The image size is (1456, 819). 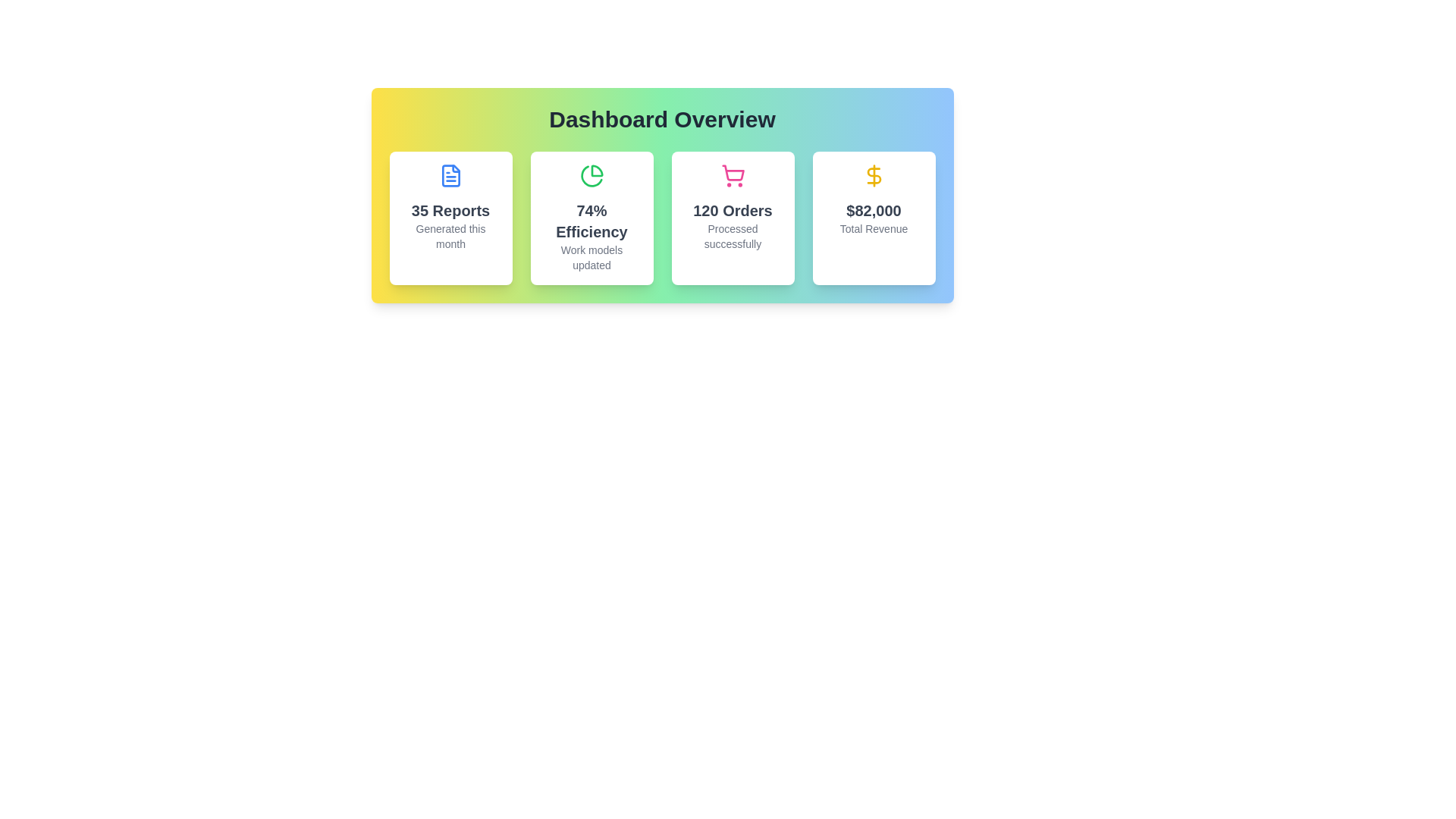 What do you see at coordinates (450, 237) in the screenshot?
I see `the text label providing additional descriptive information about the 'Reports' metric, located underneath the headline '35 Reports' within the leftmost card` at bounding box center [450, 237].